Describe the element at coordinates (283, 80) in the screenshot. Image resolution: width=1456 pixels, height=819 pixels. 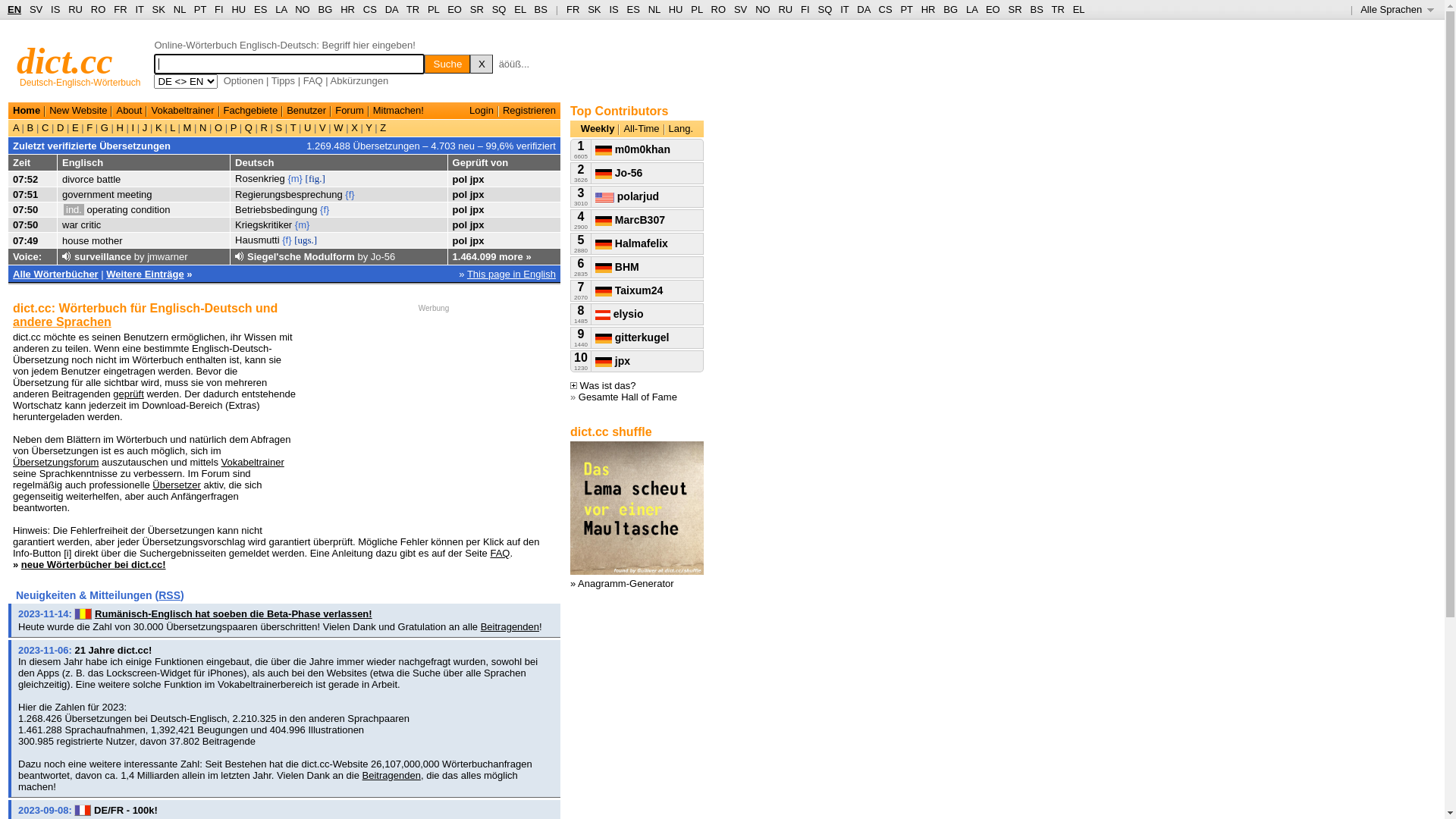
I see `'Tipps'` at that location.